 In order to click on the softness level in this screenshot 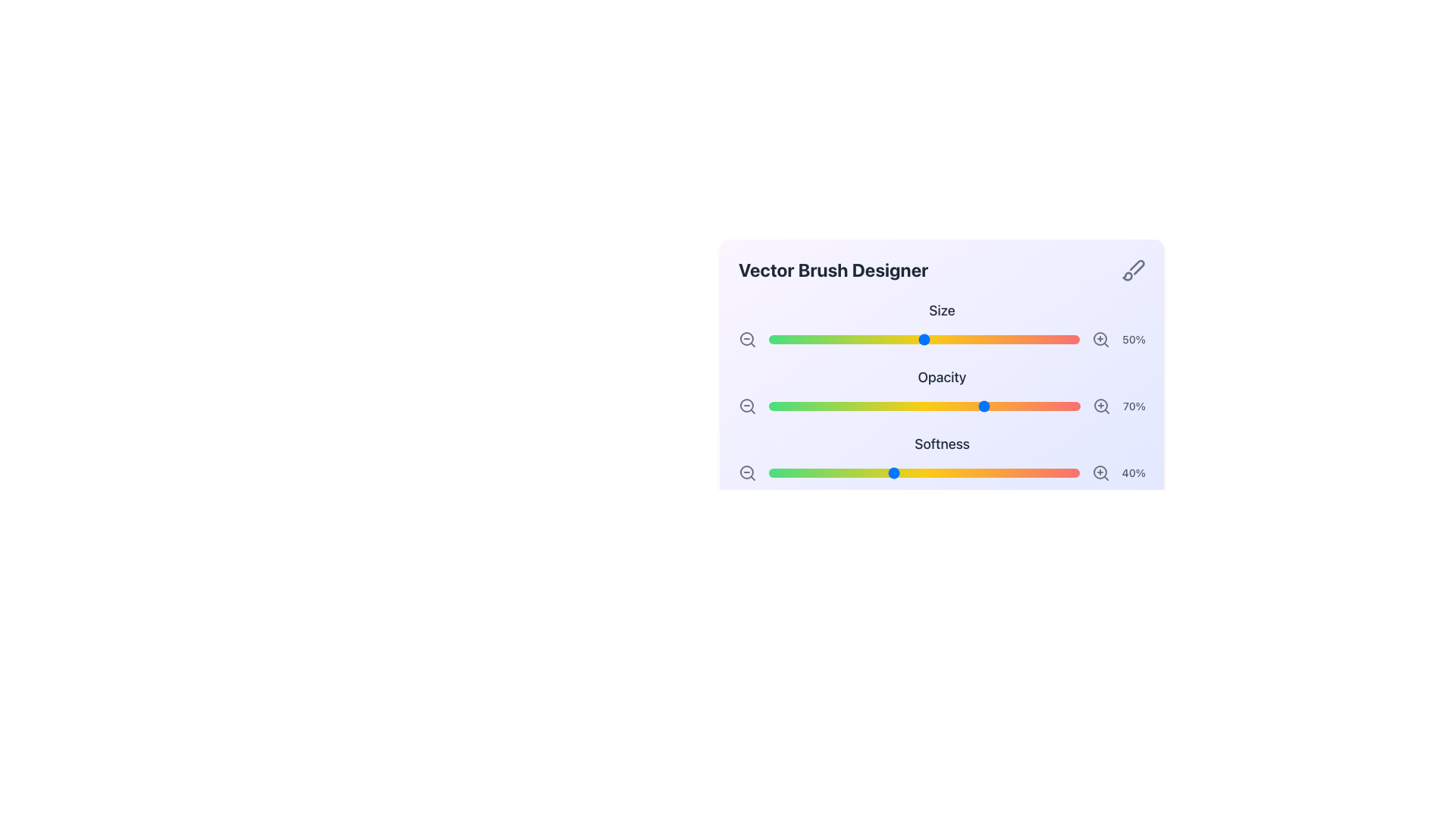, I will do `click(795, 472)`.